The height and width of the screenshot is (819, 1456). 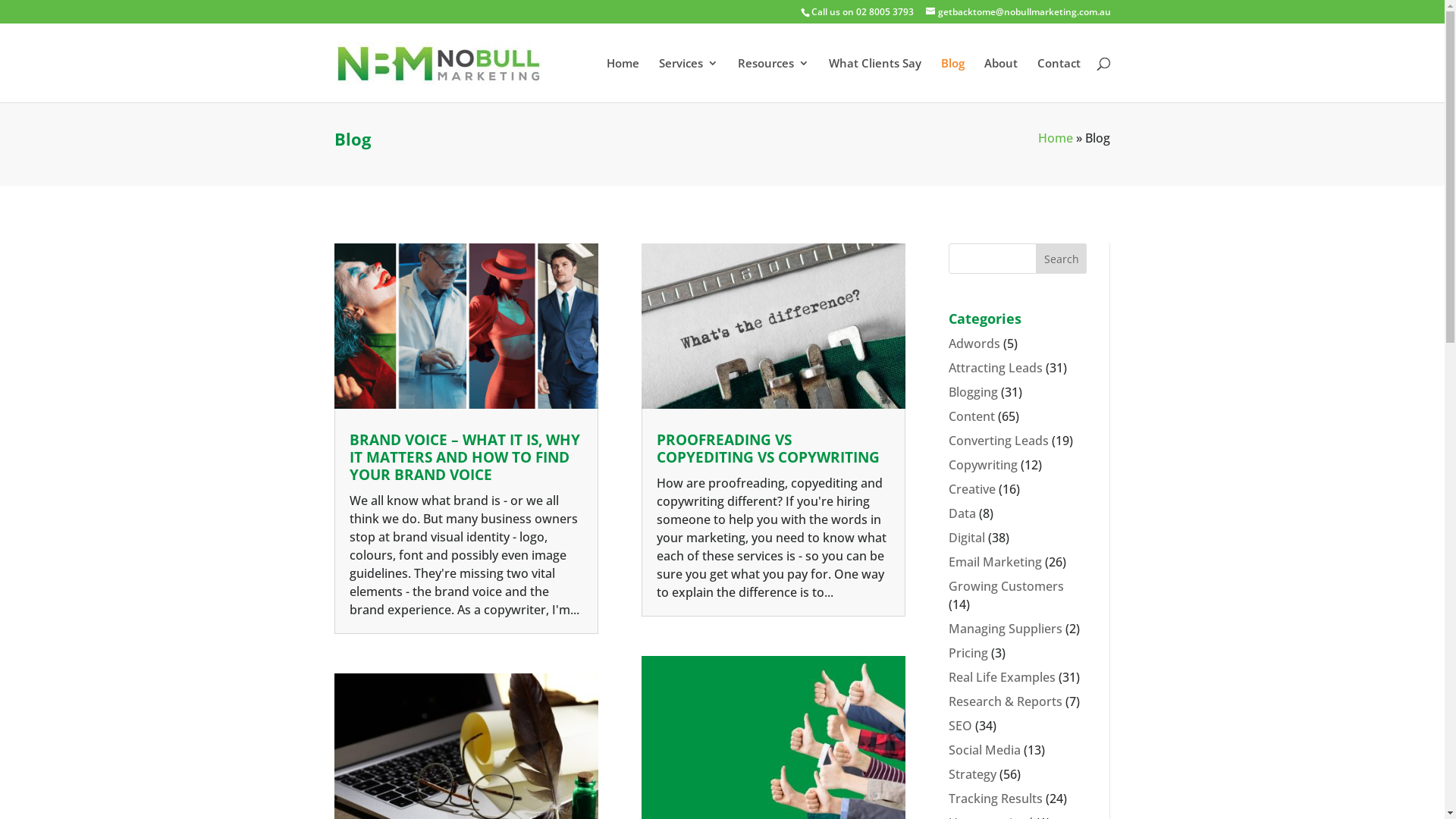 I want to click on 'SEO', so click(x=959, y=724).